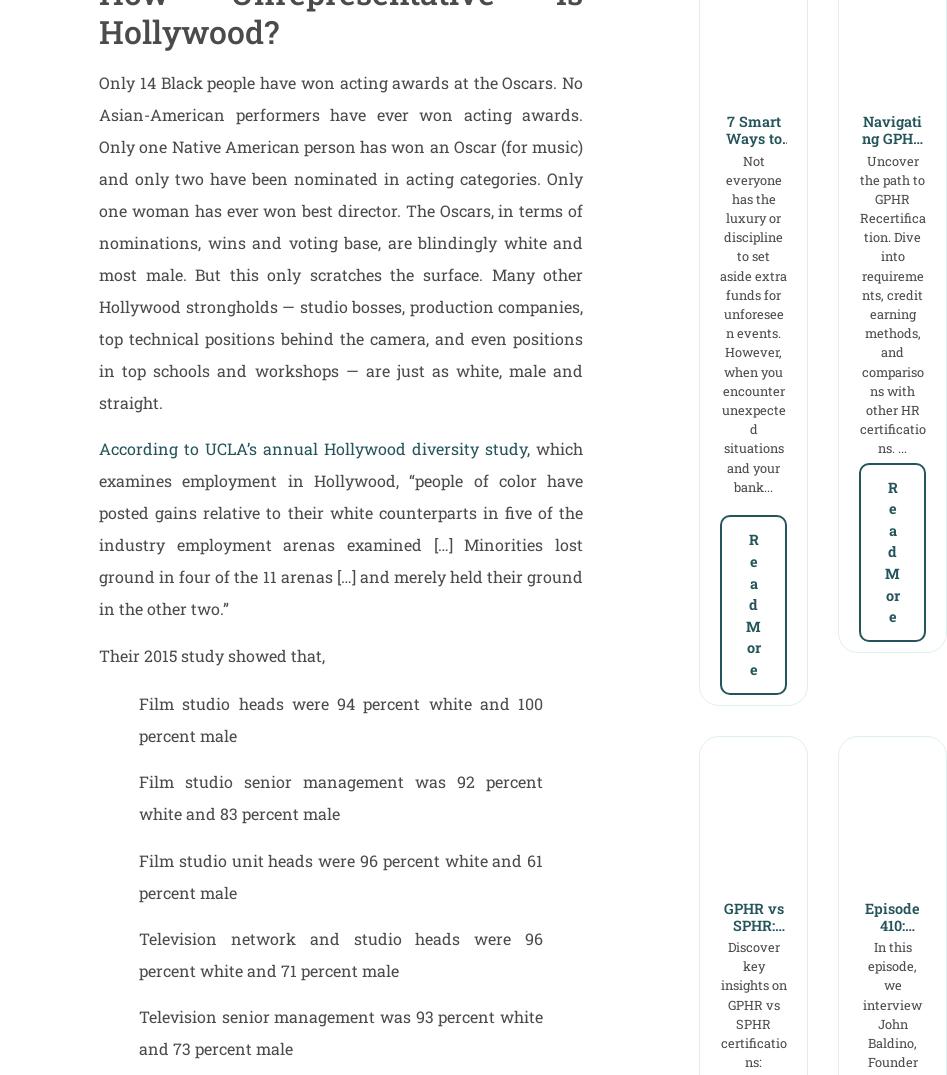 The height and width of the screenshot is (1075, 947). What do you see at coordinates (340, 796) in the screenshot?
I see `'Film studio senior management was 92 percent white and 83 percent male'` at bounding box center [340, 796].